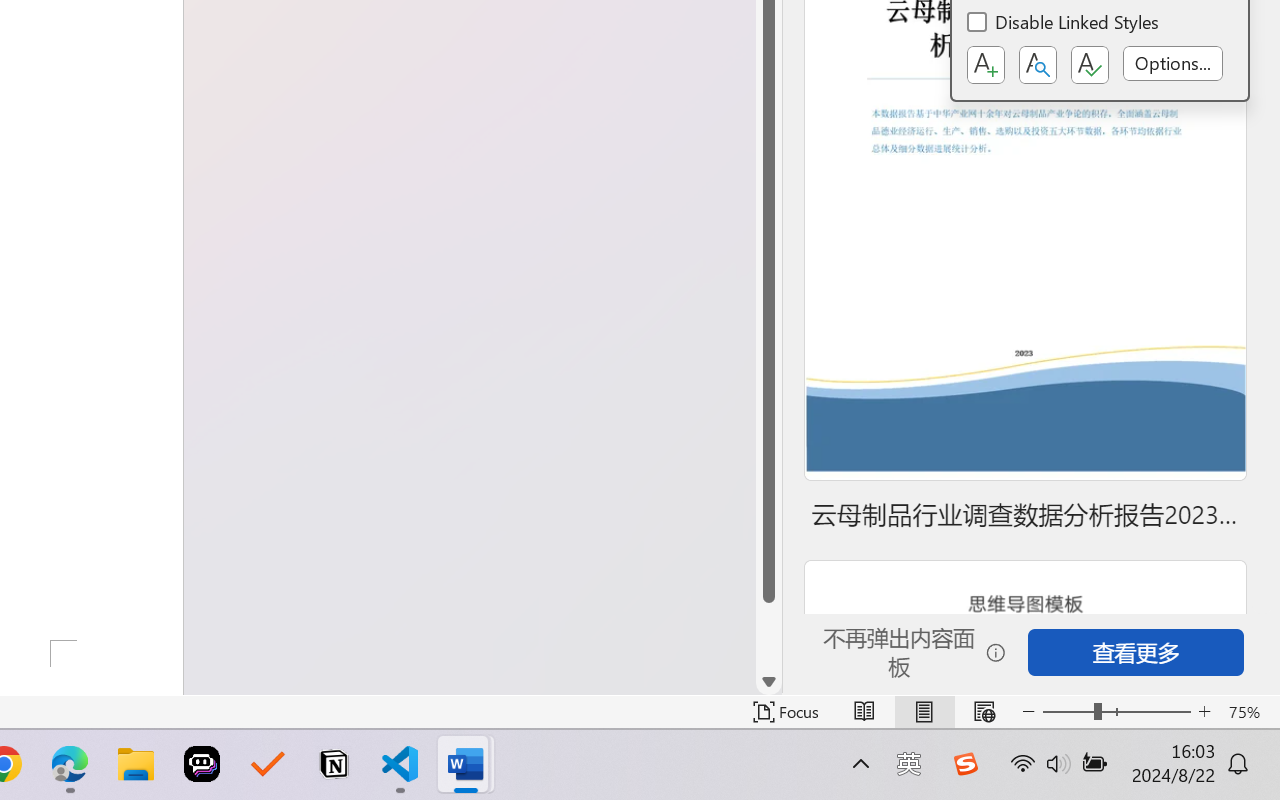 The height and width of the screenshot is (800, 1280). I want to click on 'Disable Linked Styles', so click(1063, 25).